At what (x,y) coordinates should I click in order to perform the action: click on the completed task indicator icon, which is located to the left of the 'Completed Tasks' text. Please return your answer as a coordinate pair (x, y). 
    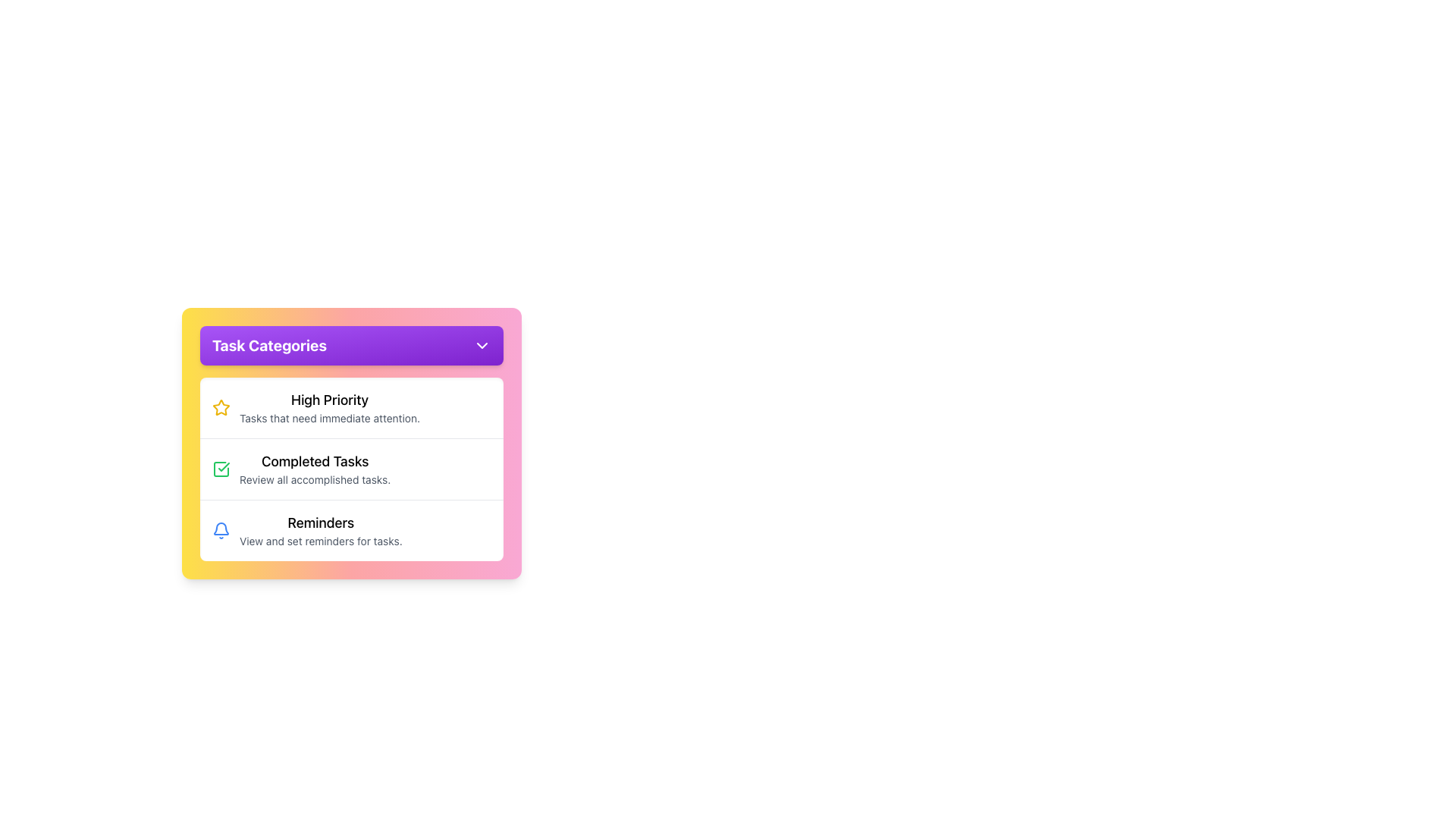
    Looking at the image, I should click on (221, 468).